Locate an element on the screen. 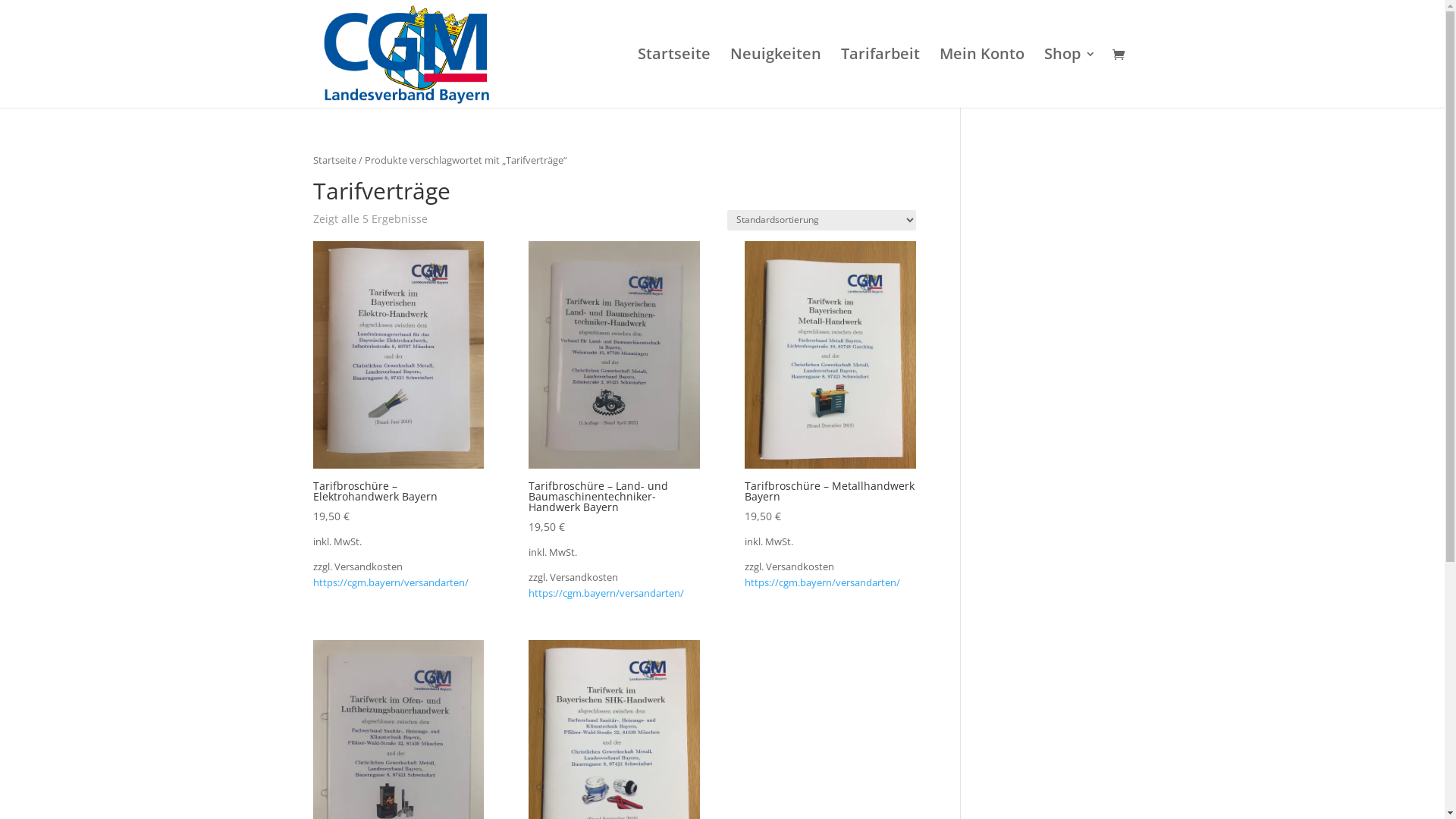 This screenshot has height=819, width=1456. 'https://cgm.bayern/versandarten/' is located at coordinates (821, 582).